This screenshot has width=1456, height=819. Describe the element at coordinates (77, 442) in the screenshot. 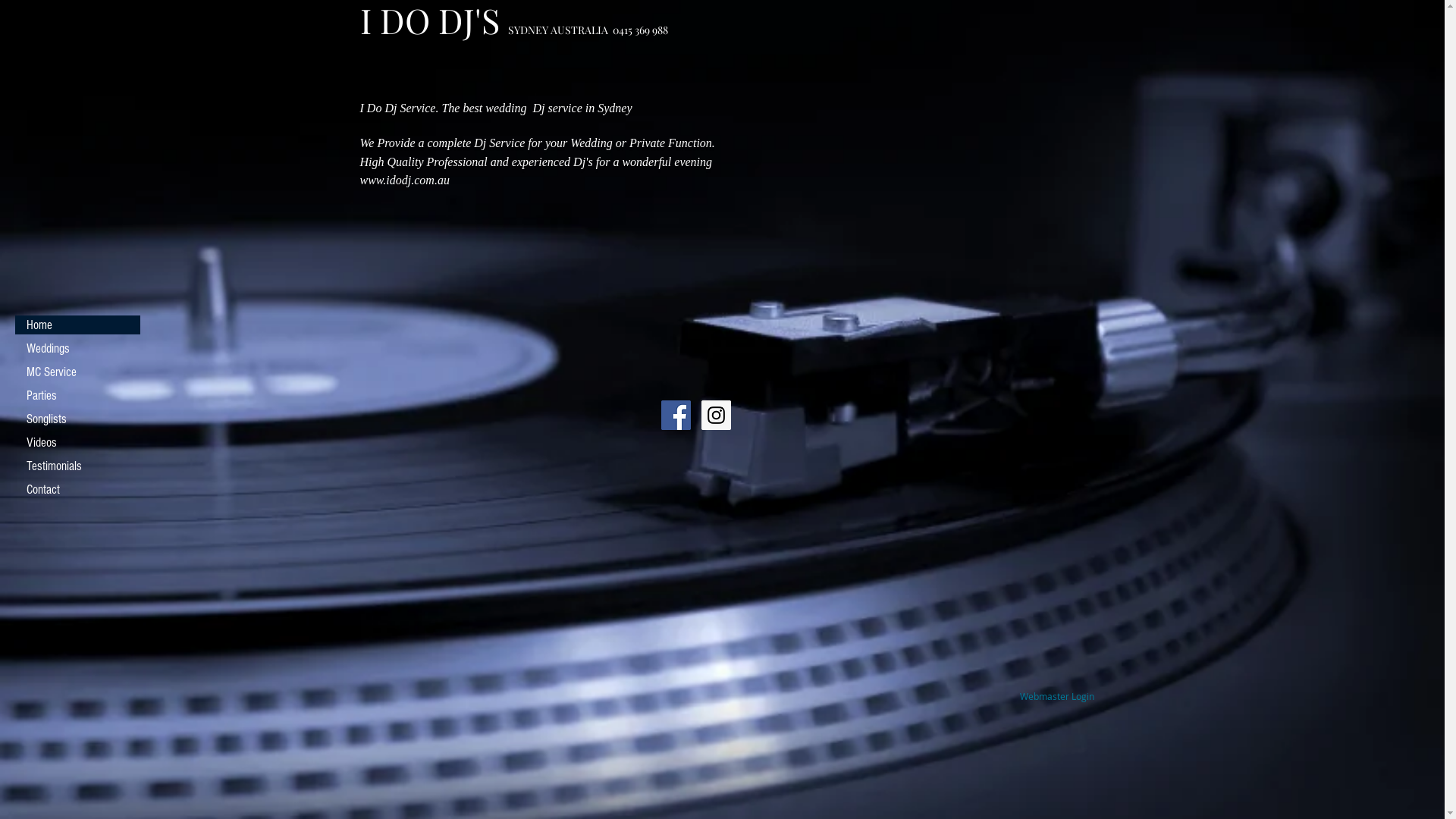

I see `'Videos'` at that location.